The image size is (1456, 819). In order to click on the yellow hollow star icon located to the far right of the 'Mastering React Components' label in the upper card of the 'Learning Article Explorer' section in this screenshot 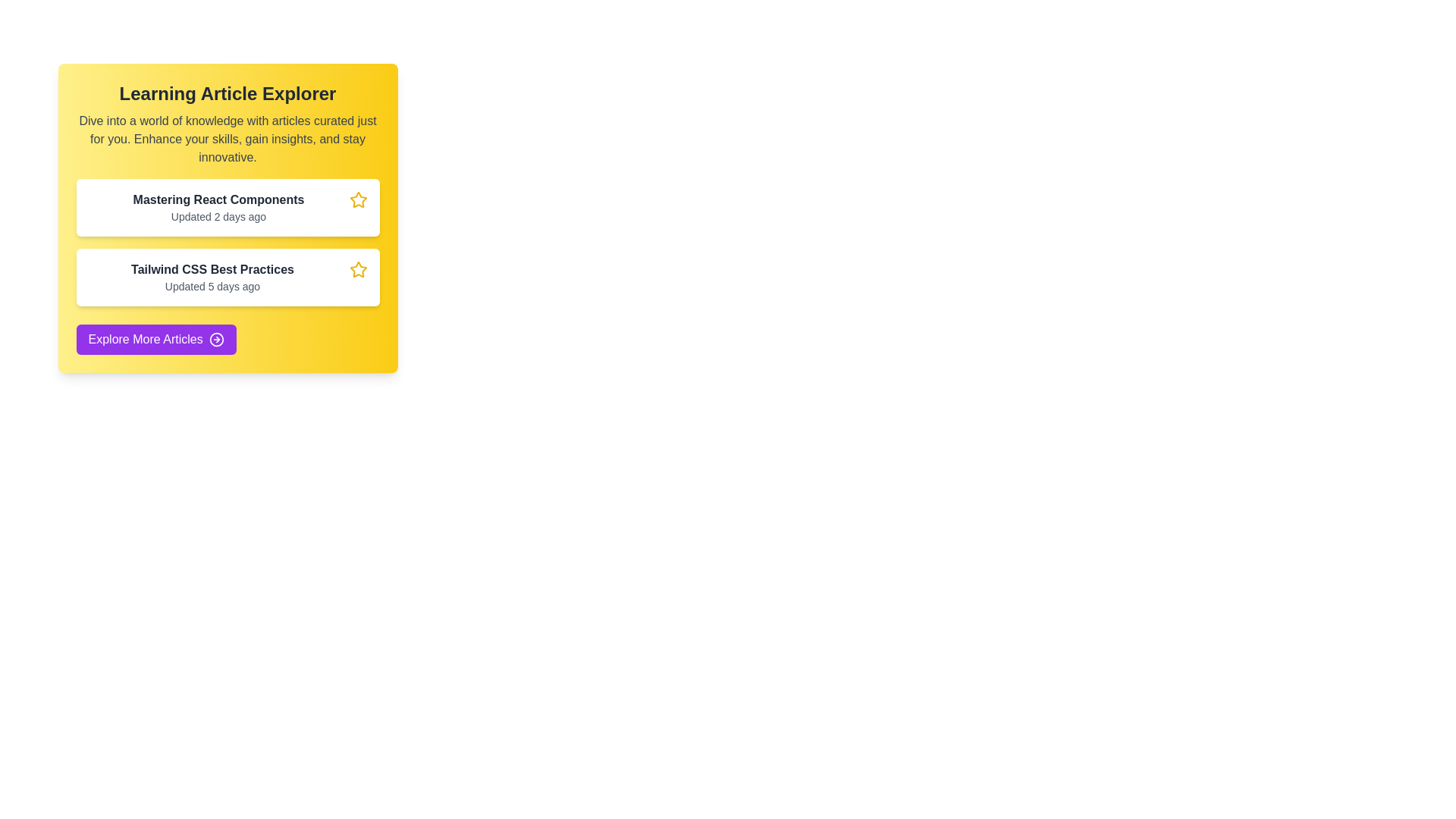, I will do `click(357, 199)`.